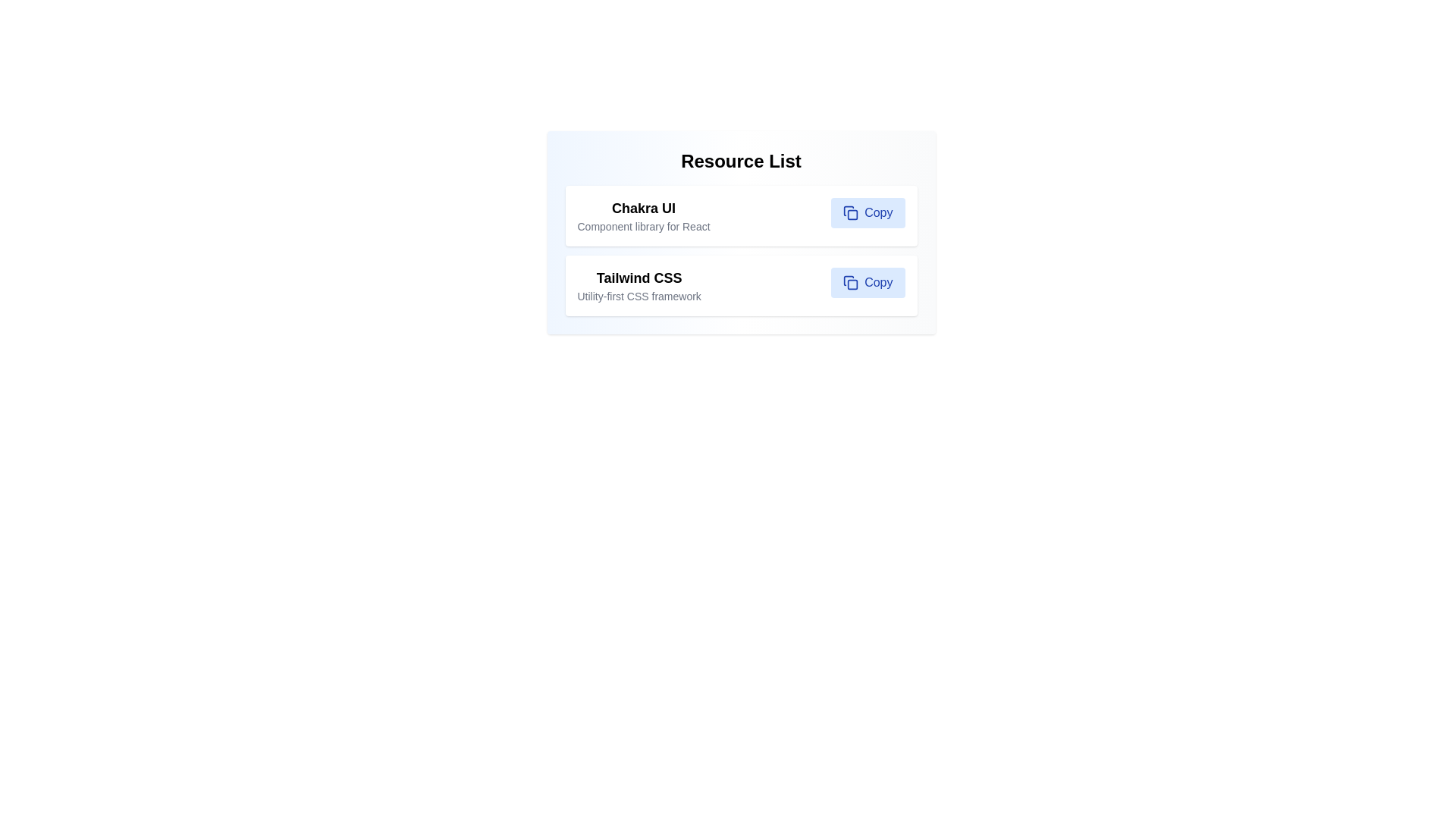  Describe the element at coordinates (644, 227) in the screenshot. I see `the text label that reads 'Component library for React', which is styled in a small gray font and located beneath the heading 'Chakra UI' in the Resource List section` at that location.